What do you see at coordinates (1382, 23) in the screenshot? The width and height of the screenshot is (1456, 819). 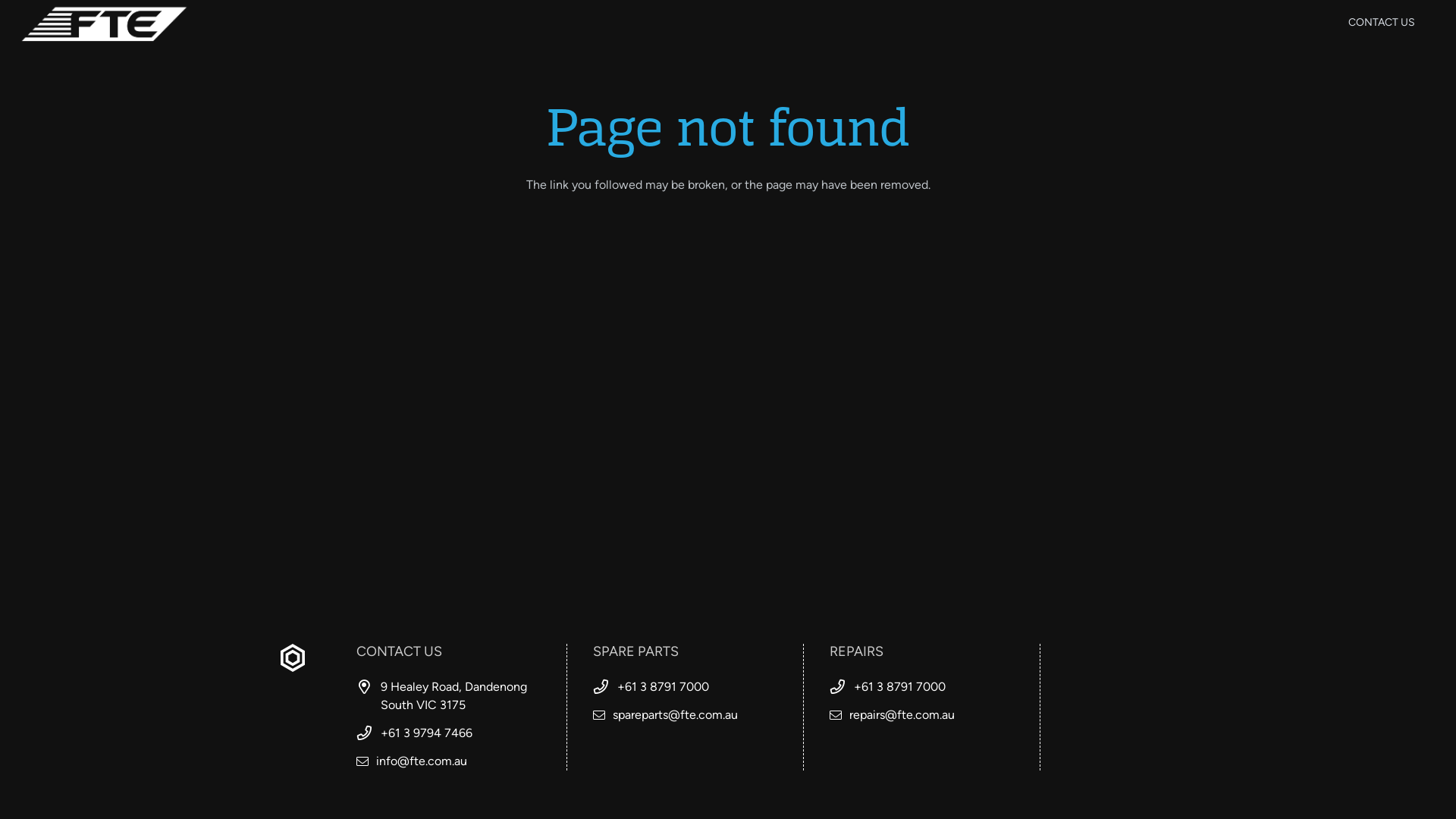 I see `'CONTACT US'` at bounding box center [1382, 23].